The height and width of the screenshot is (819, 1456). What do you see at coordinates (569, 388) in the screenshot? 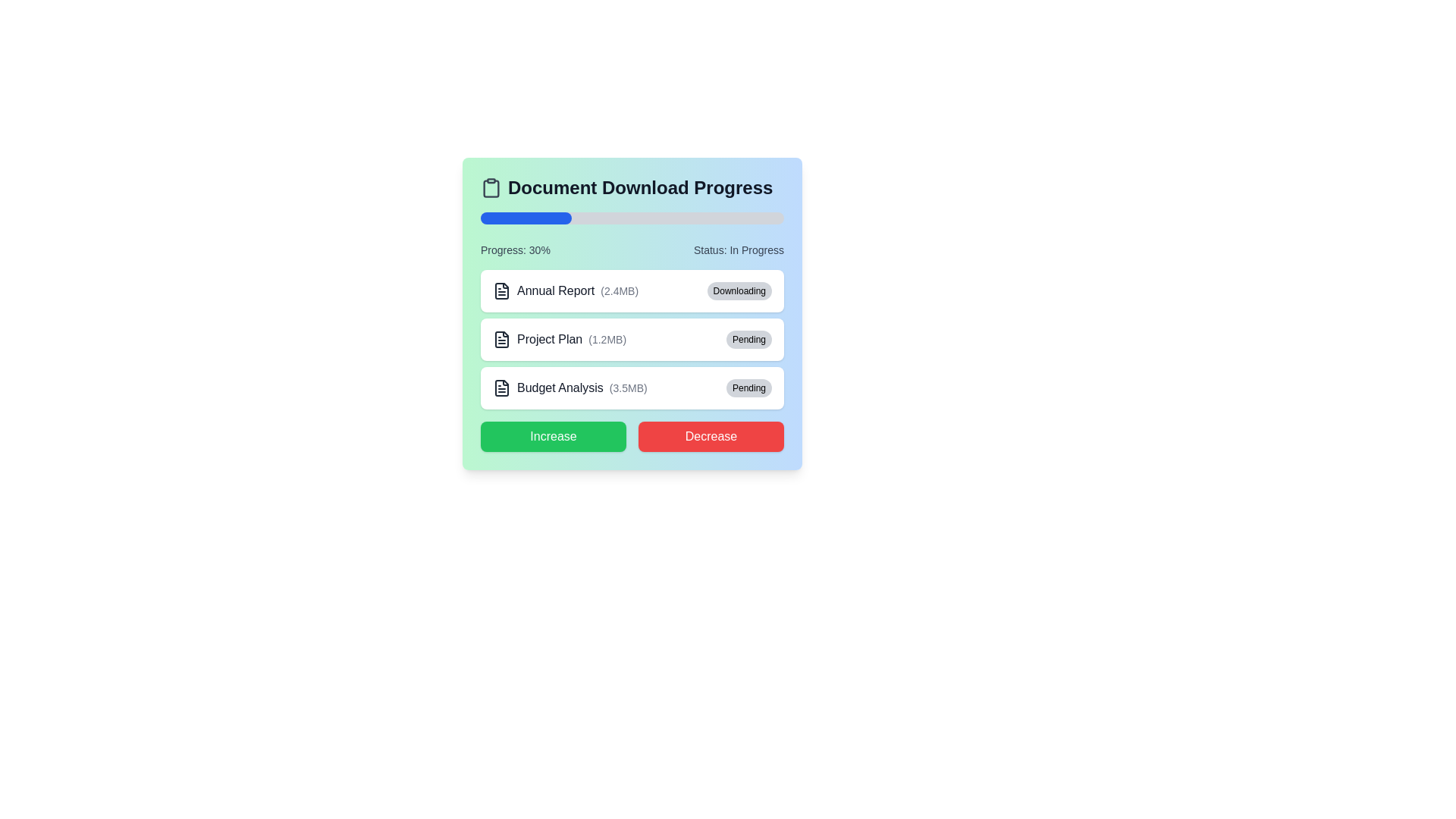
I see `the List Item with Icon and Text labeled 'Budget Analysis'` at bounding box center [569, 388].